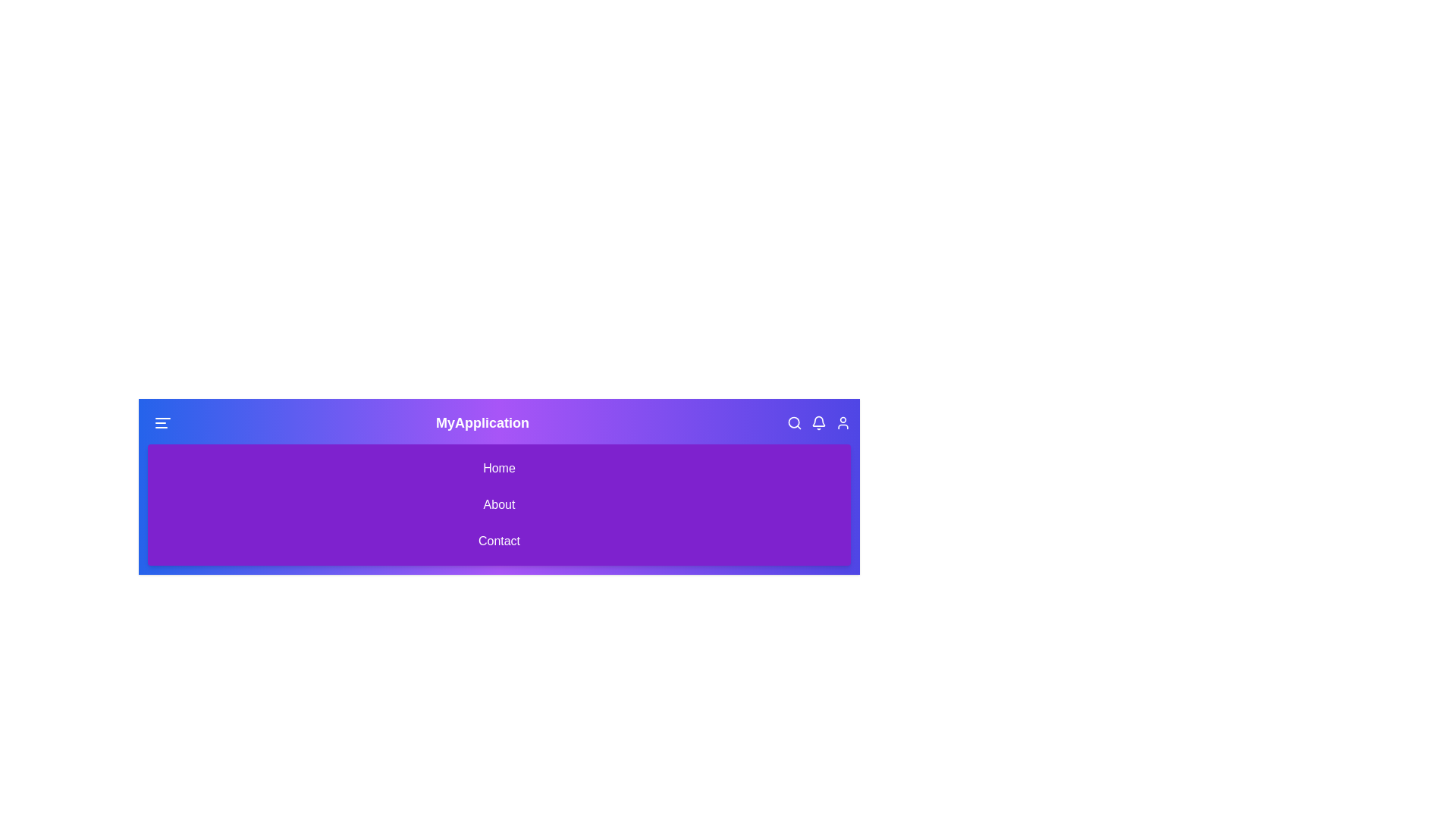  I want to click on the 'Home' menu item to navigate to the 'Home' section, so click(499, 467).